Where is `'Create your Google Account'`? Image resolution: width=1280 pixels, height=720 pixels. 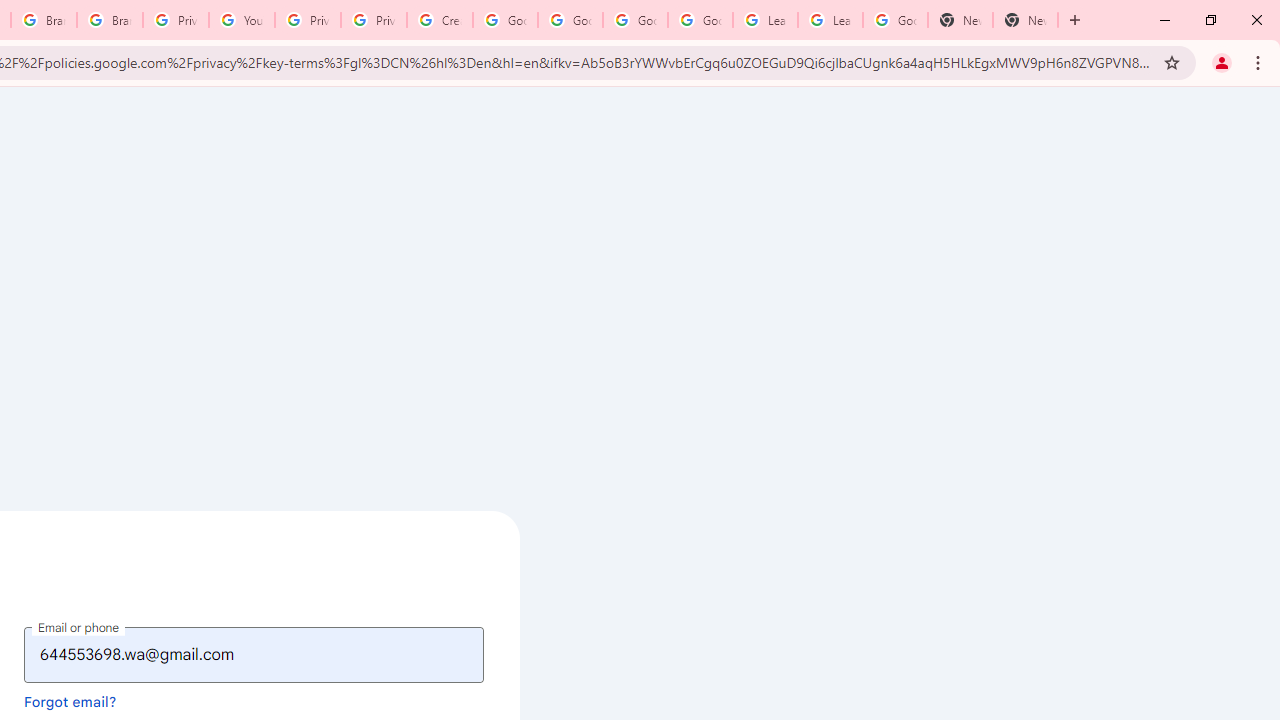 'Create your Google Account' is located at coordinates (439, 20).